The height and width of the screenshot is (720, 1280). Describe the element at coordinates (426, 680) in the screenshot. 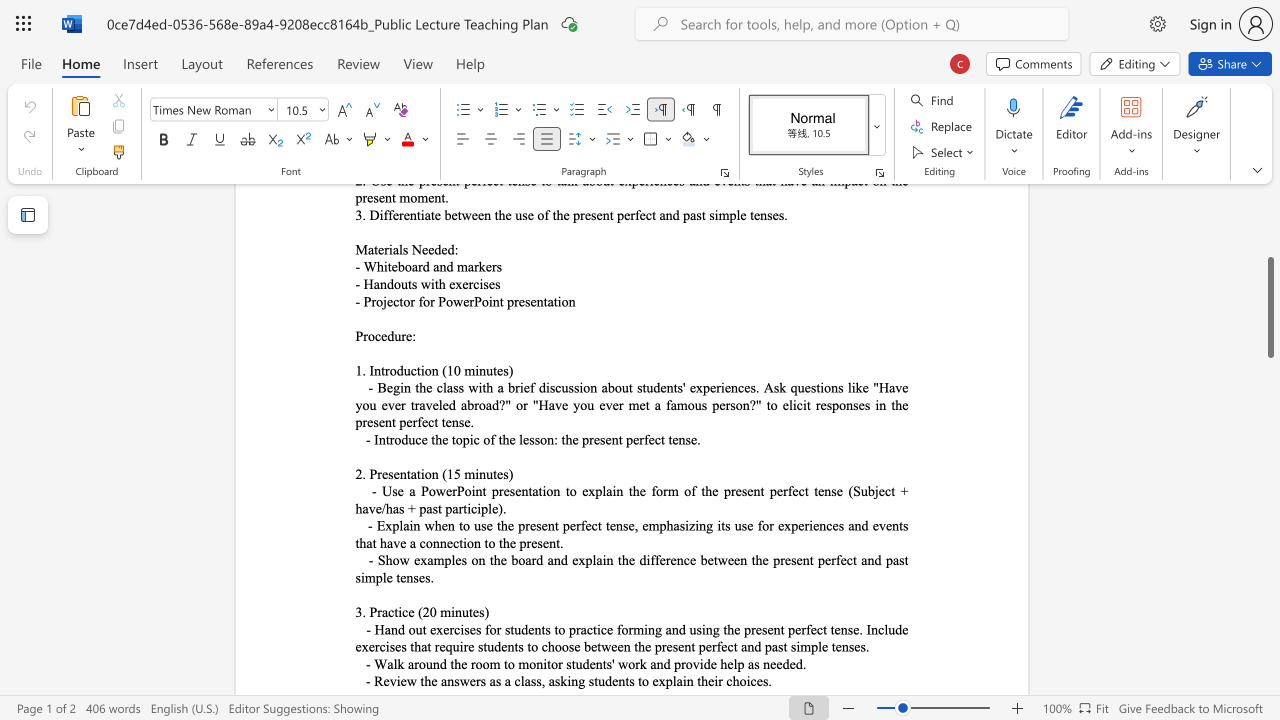

I see `the 1th character "h" in the text` at that location.